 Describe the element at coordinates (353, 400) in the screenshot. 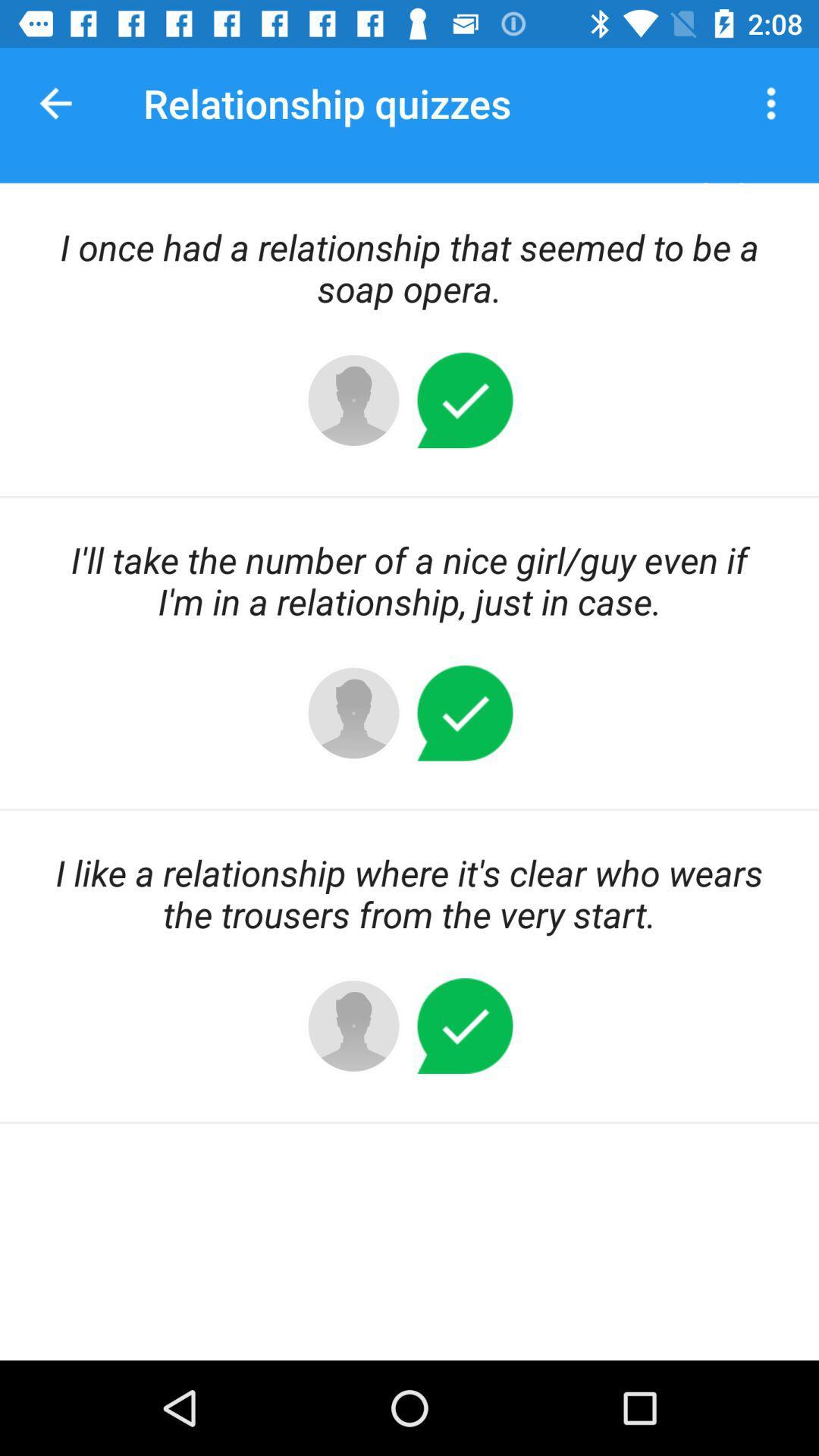

I see `the profile icon which is below the text i once had a relationship that seemed to be a soap opera` at that location.